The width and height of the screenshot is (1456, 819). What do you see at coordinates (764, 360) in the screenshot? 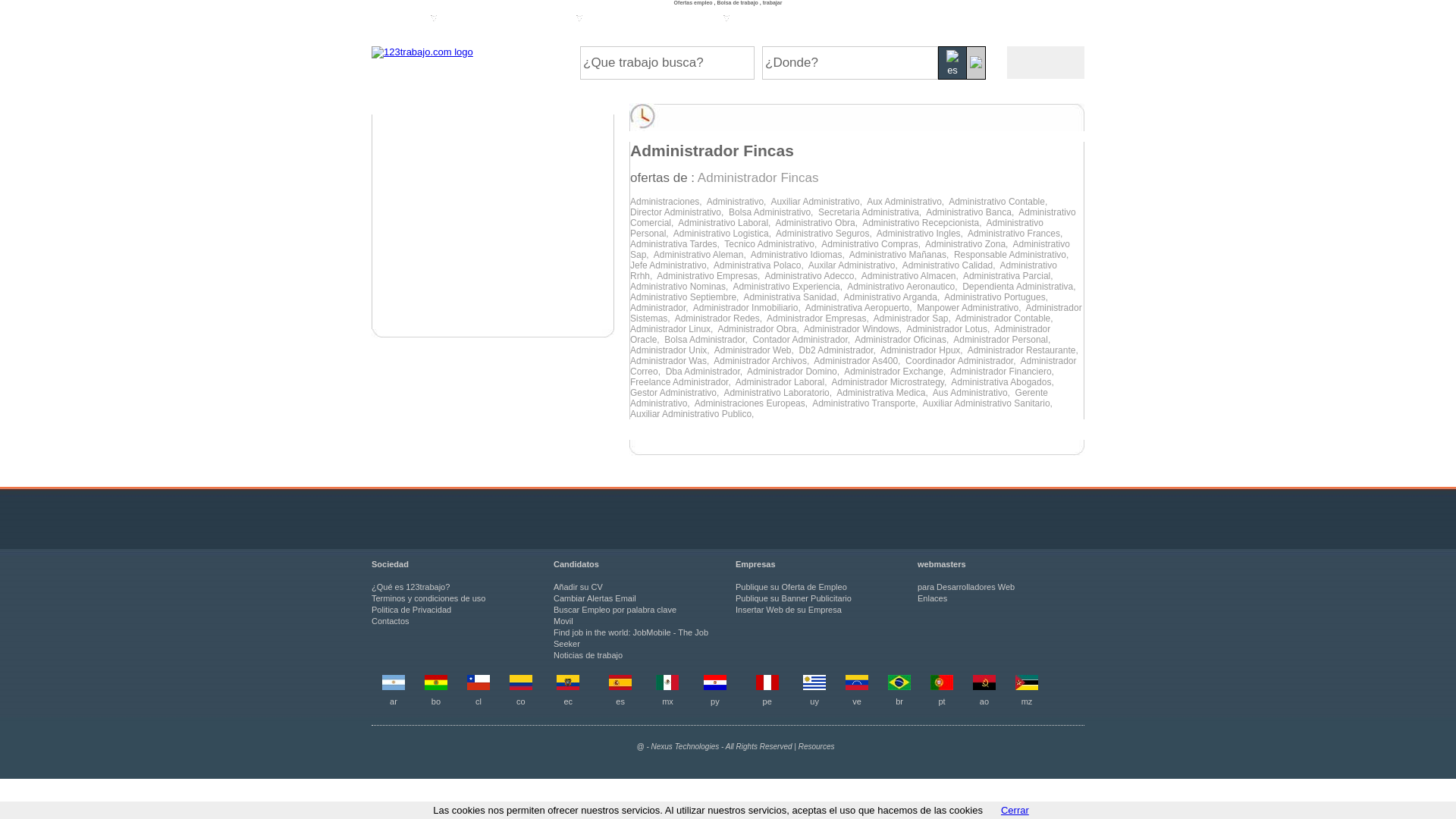
I see `'Administrador Archivos, '` at bounding box center [764, 360].